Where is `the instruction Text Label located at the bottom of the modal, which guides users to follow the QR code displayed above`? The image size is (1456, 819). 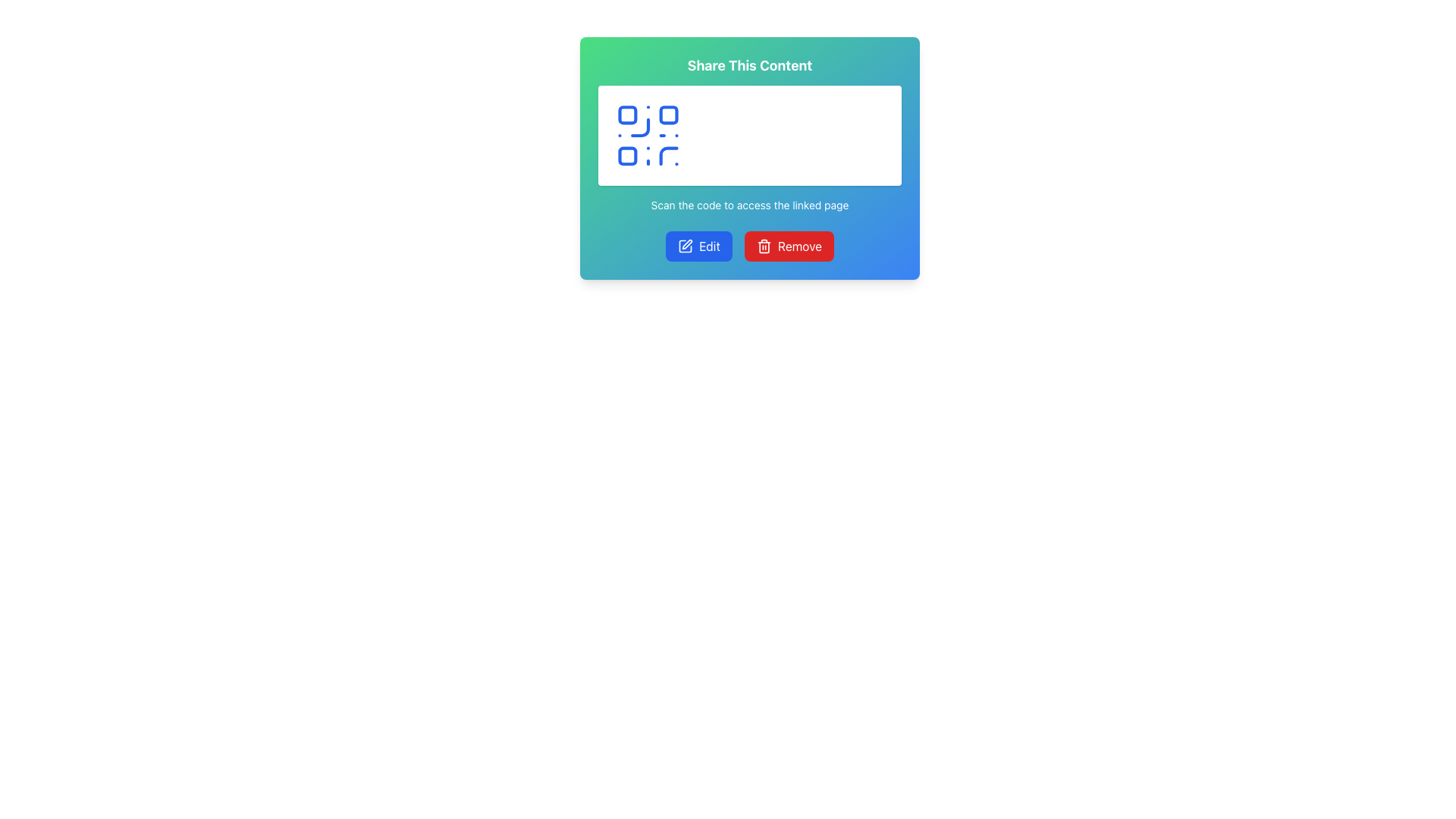
the instruction Text Label located at the bottom of the modal, which guides users to follow the QR code displayed above is located at coordinates (749, 205).